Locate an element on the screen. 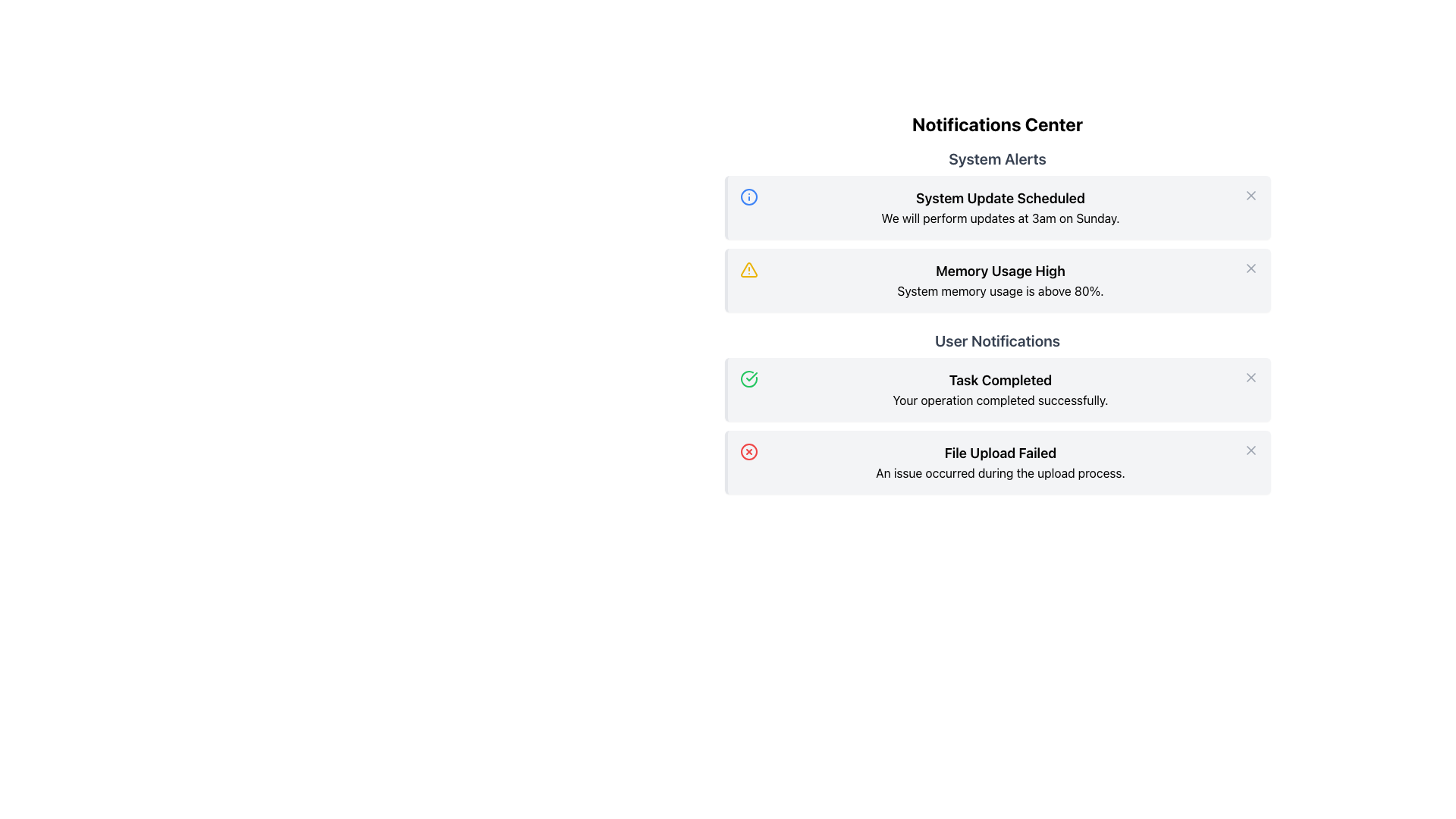  the central circle graphic element of the 'Close' icon in the 'File Upload Failed' notification within the 'User Notifications' section is located at coordinates (748, 451).